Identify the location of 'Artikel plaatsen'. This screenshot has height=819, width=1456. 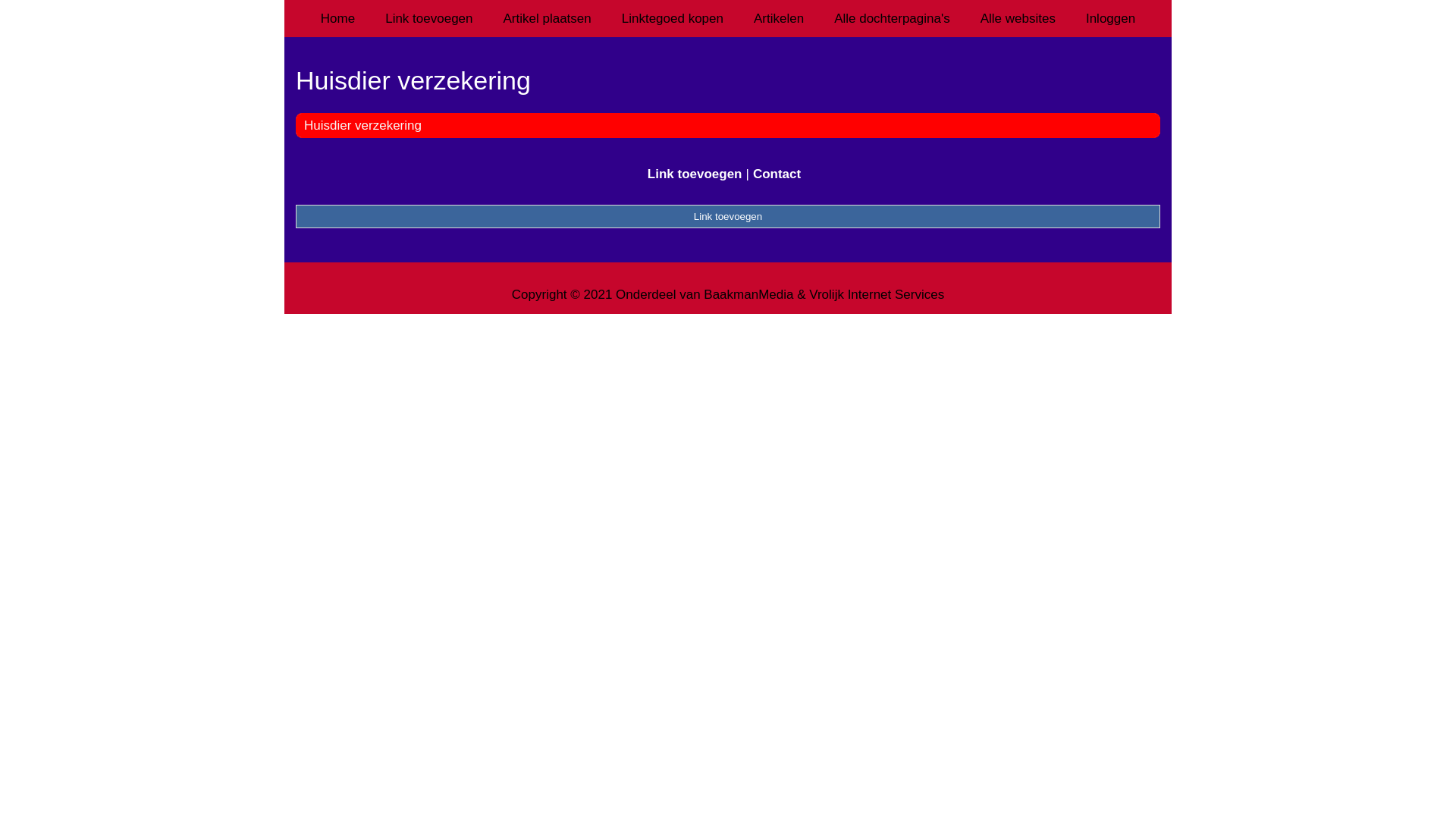
(546, 18).